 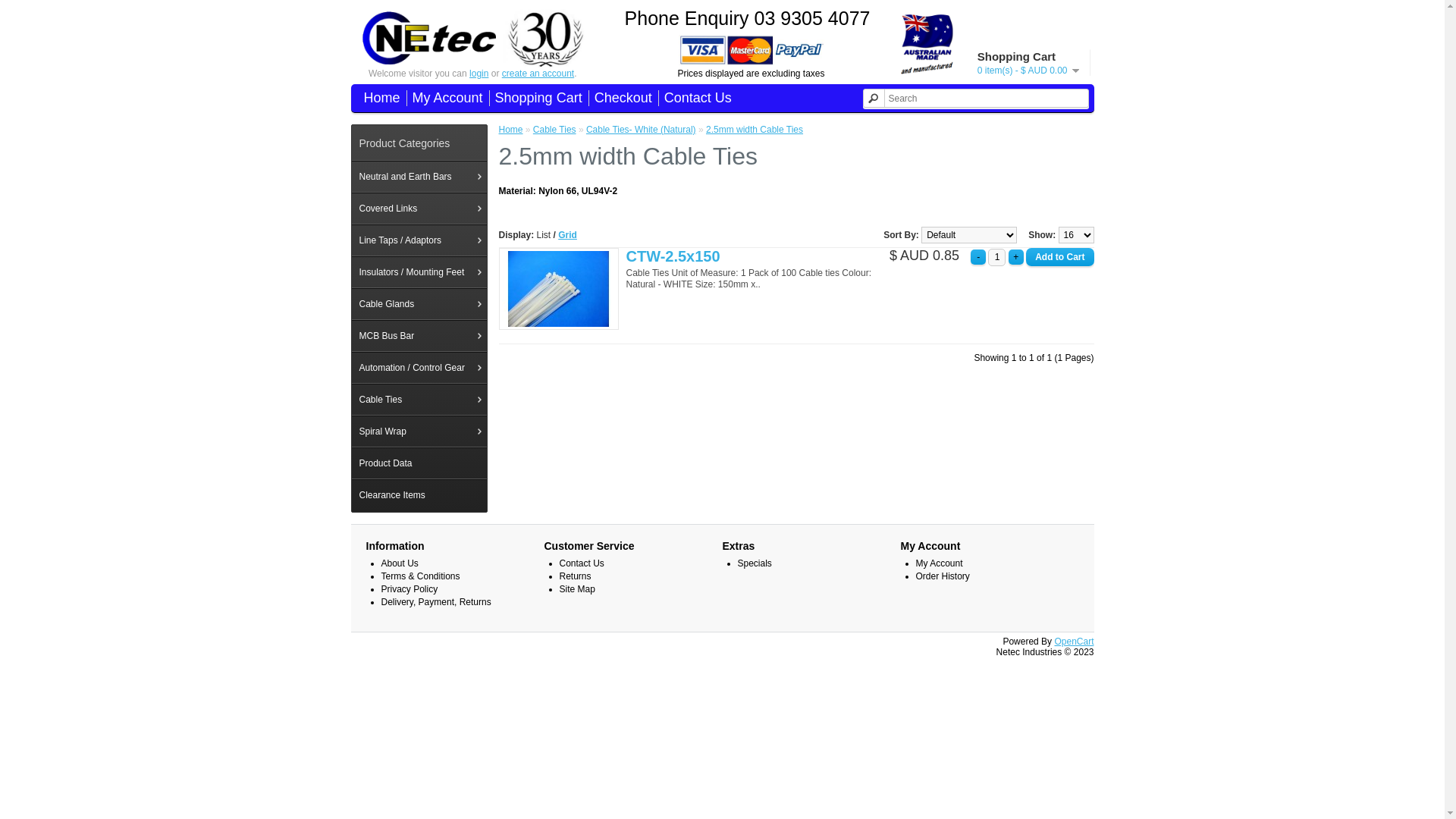 I want to click on 'over 30 years of production!', so click(x=544, y=38).